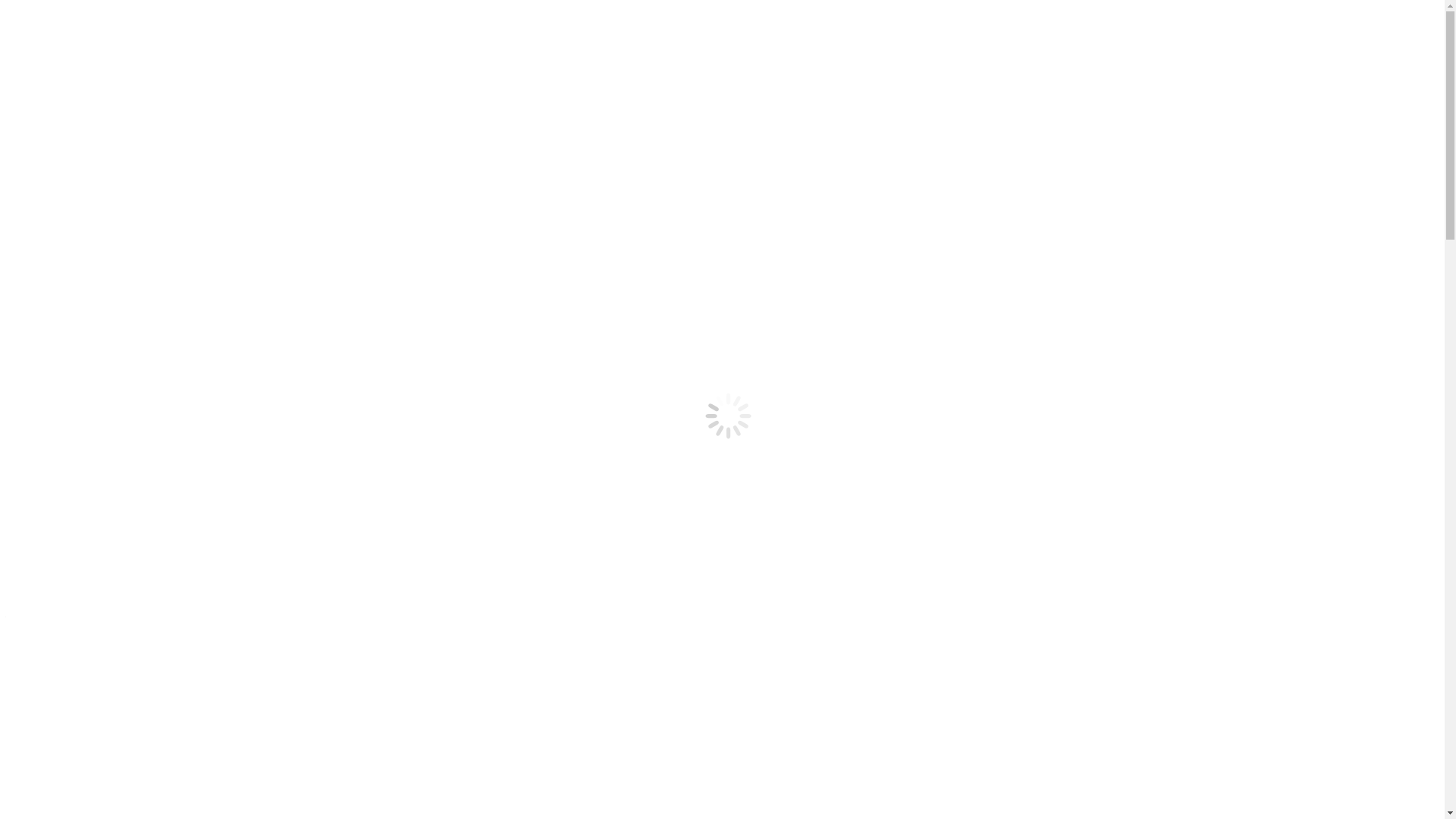  What do you see at coordinates (72, 108) in the screenshot?
I see `'Search form'` at bounding box center [72, 108].